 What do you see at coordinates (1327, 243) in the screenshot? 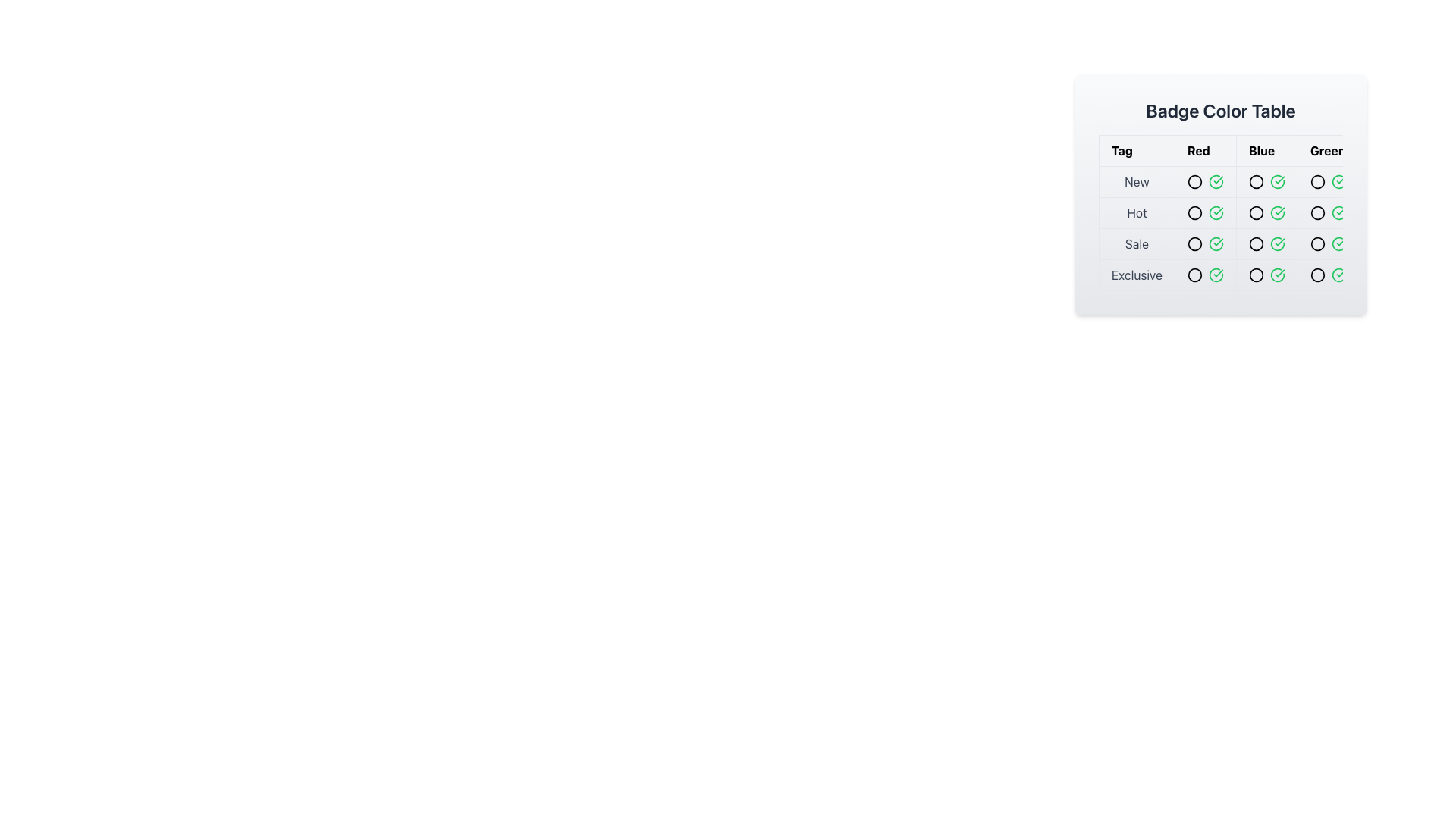
I see `the SVG Icon indicating approved status located in the 'Green' column of the 'Sale' row in the 'Badge Color Table'` at bounding box center [1327, 243].